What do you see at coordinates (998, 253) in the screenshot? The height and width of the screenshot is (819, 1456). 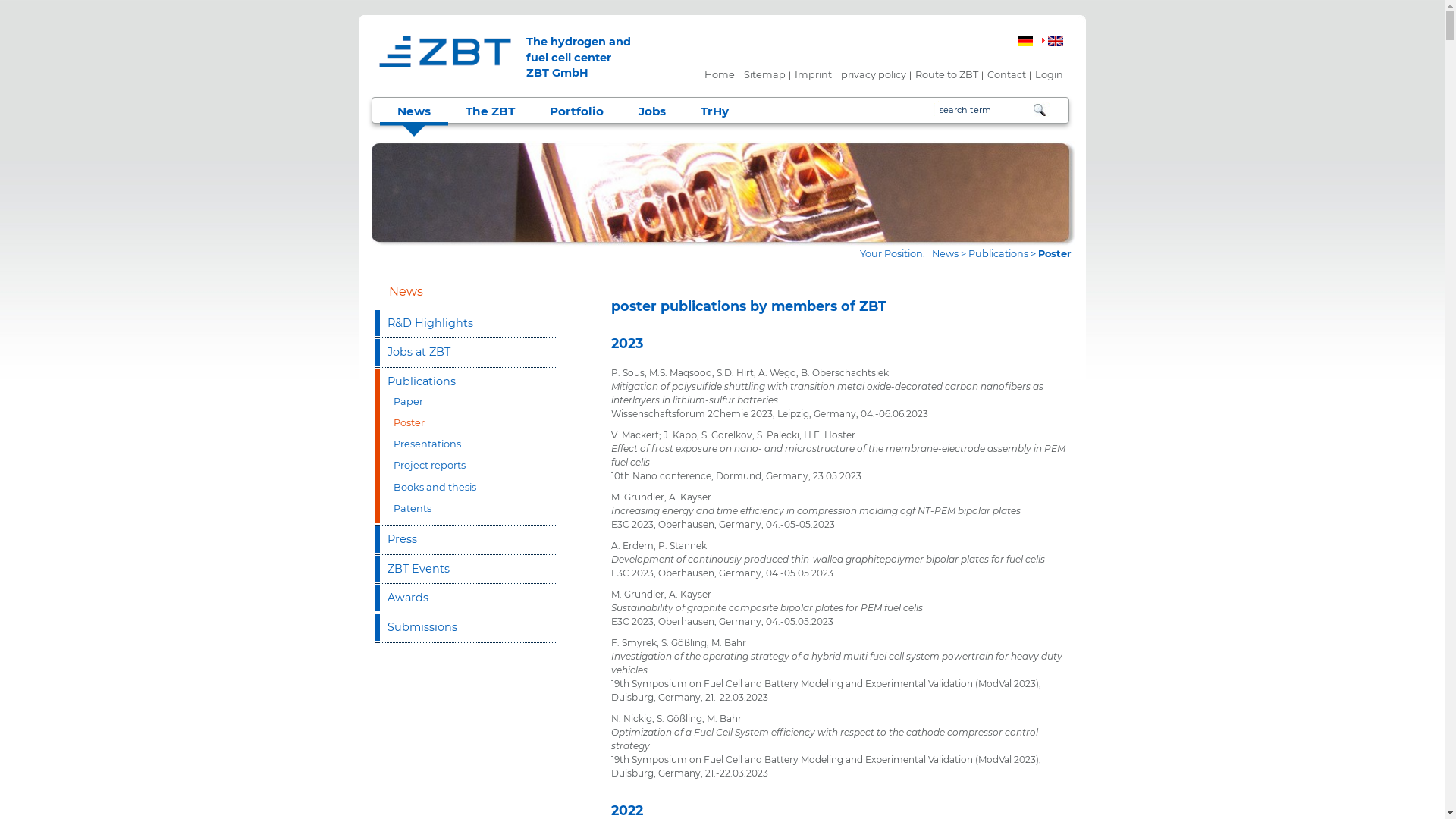 I see `'Publications'` at bounding box center [998, 253].